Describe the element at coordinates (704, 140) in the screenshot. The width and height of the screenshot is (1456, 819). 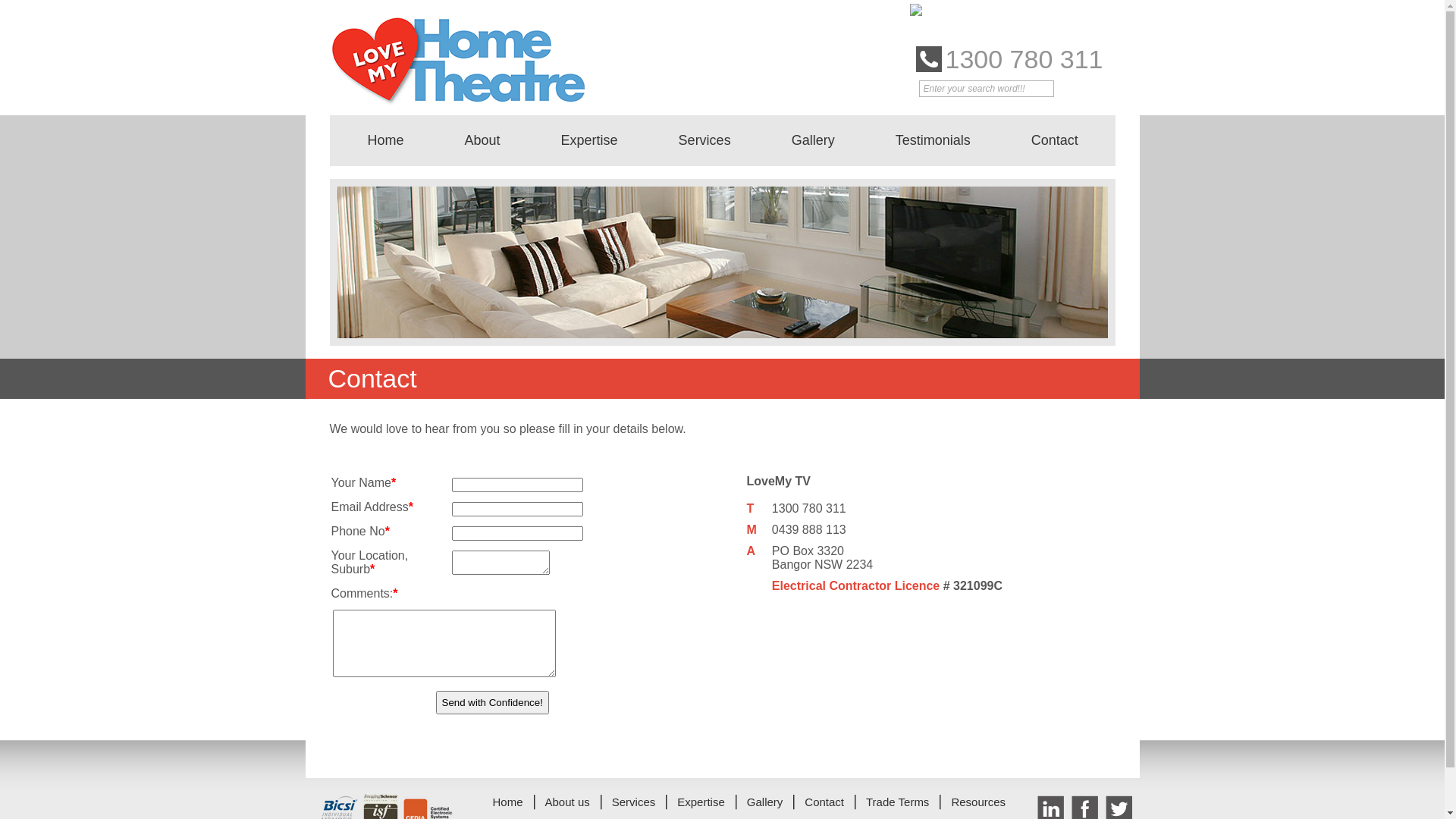
I see `'Services'` at that location.